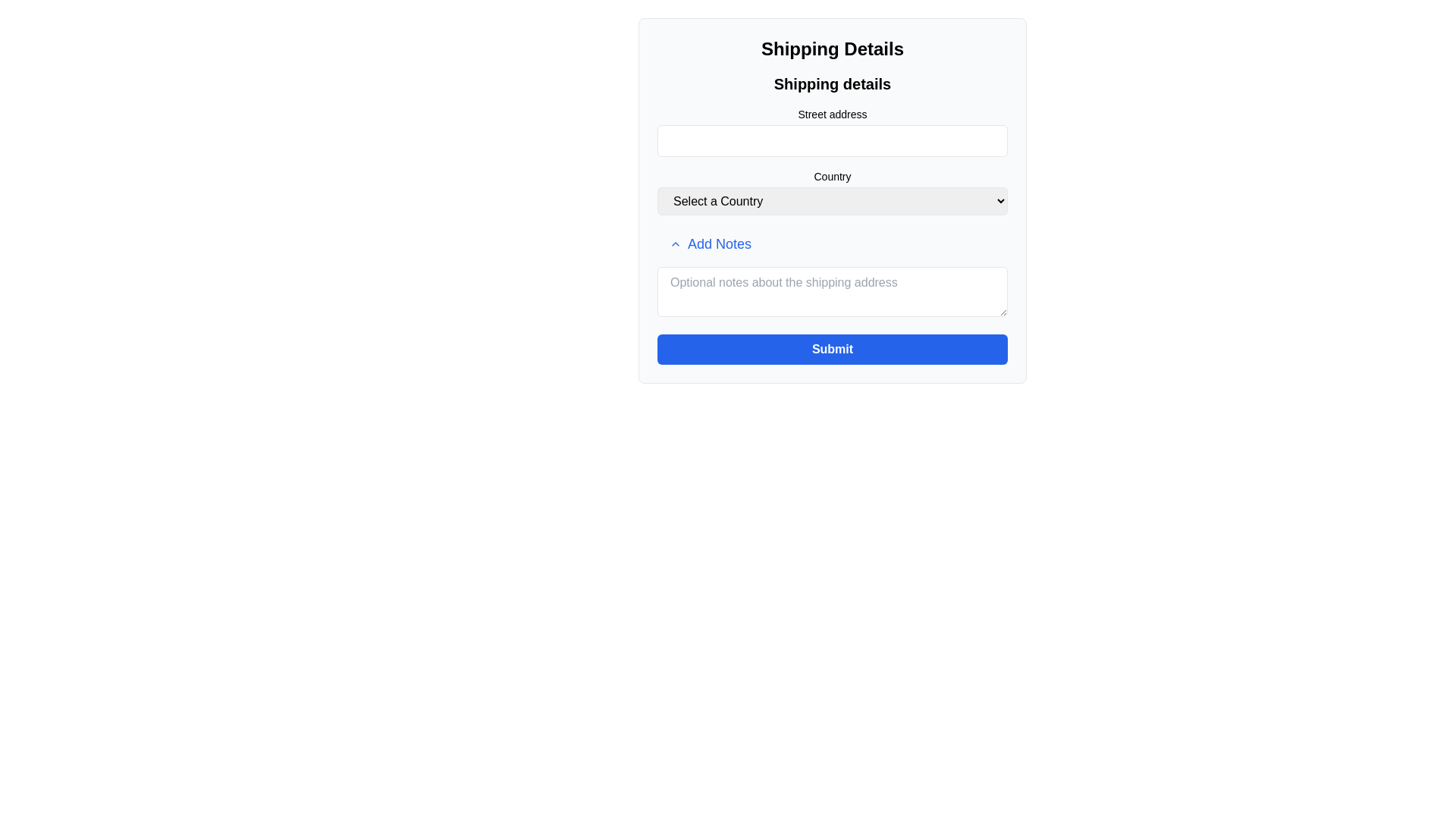 This screenshot has width=1456, height=819. What do you see at coordinates (675, 243) in the screenshot?
I see `the small chevron icon pointing upwards, located to the left of the 'Add Notes' text label` at bounding box center [675, 243].